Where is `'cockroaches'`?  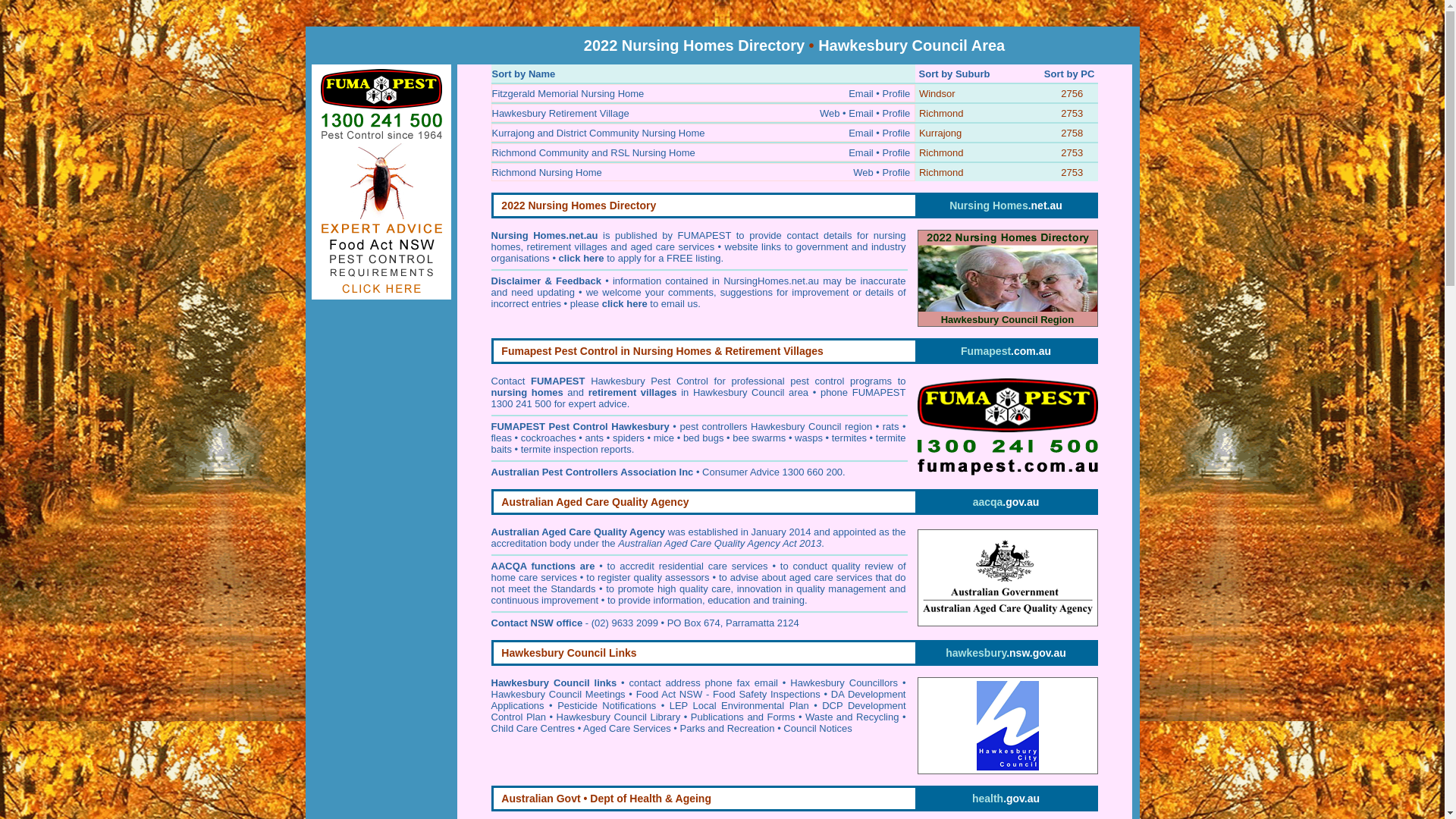
'cockroaches' is located at coordinates (548, 438).